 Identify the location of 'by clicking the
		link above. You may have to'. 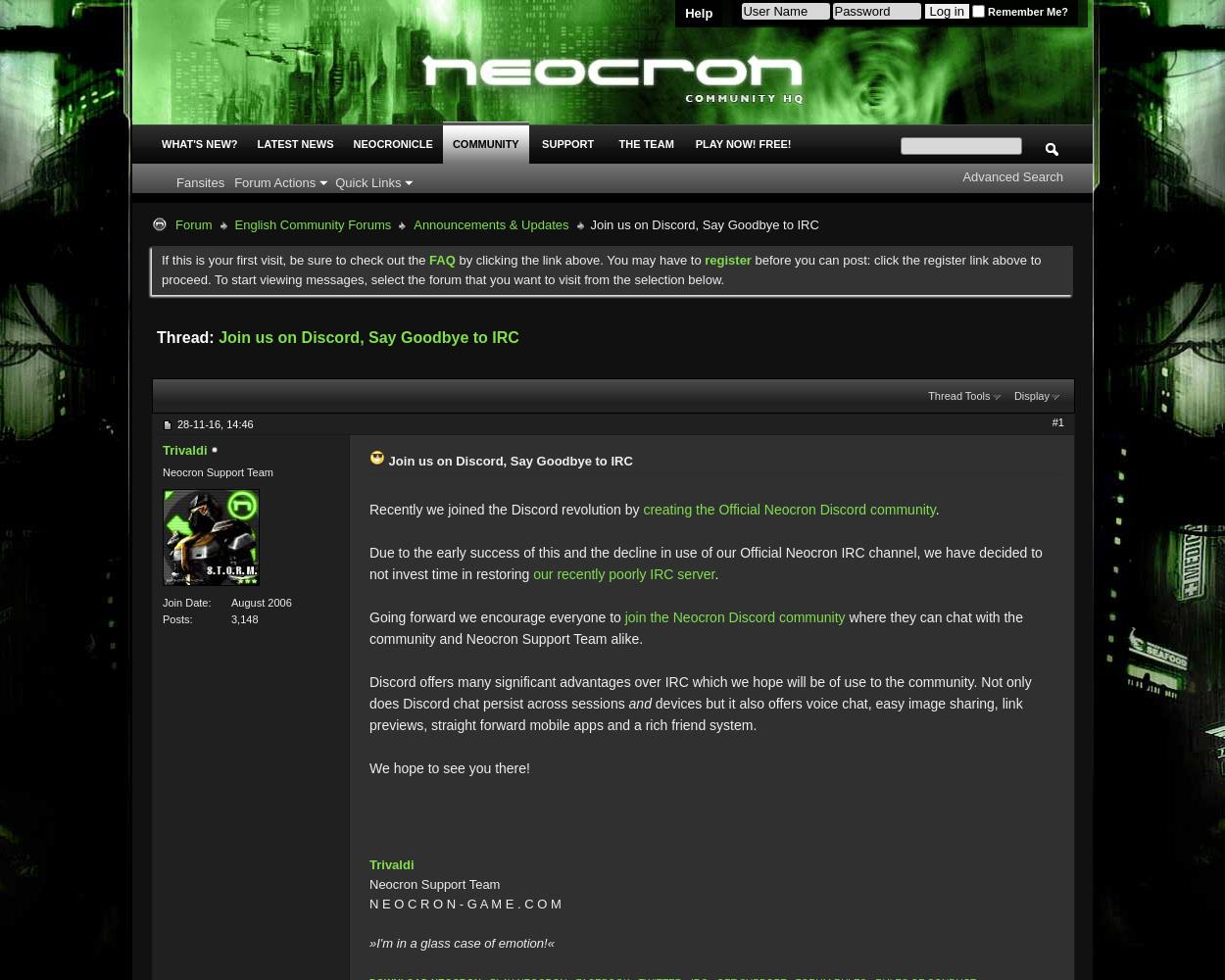
(578, 260).